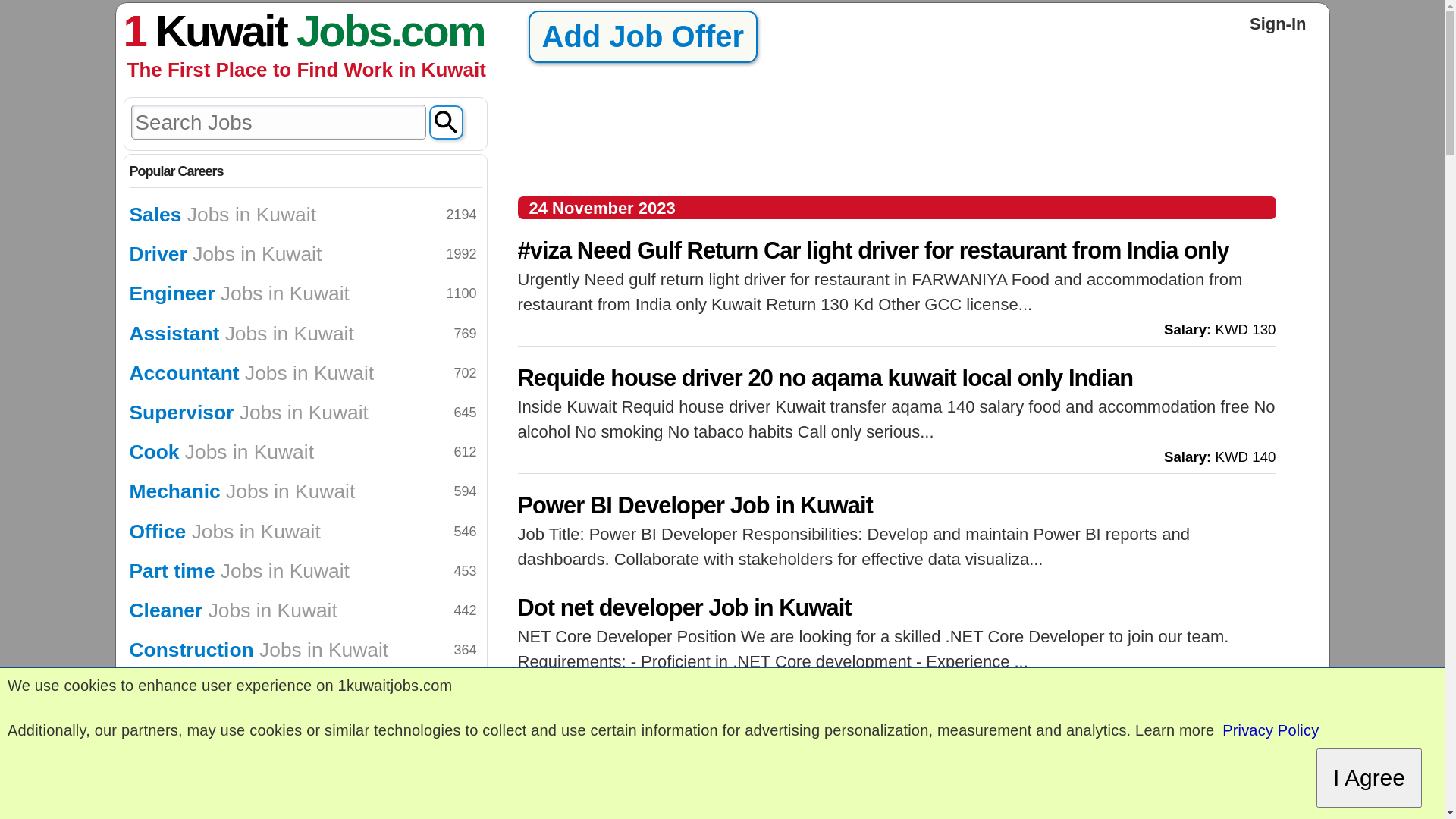 The width and height of the screenshot is (1456, 819). I want to click on 'Kuwait Jobs', so click(273, 30).